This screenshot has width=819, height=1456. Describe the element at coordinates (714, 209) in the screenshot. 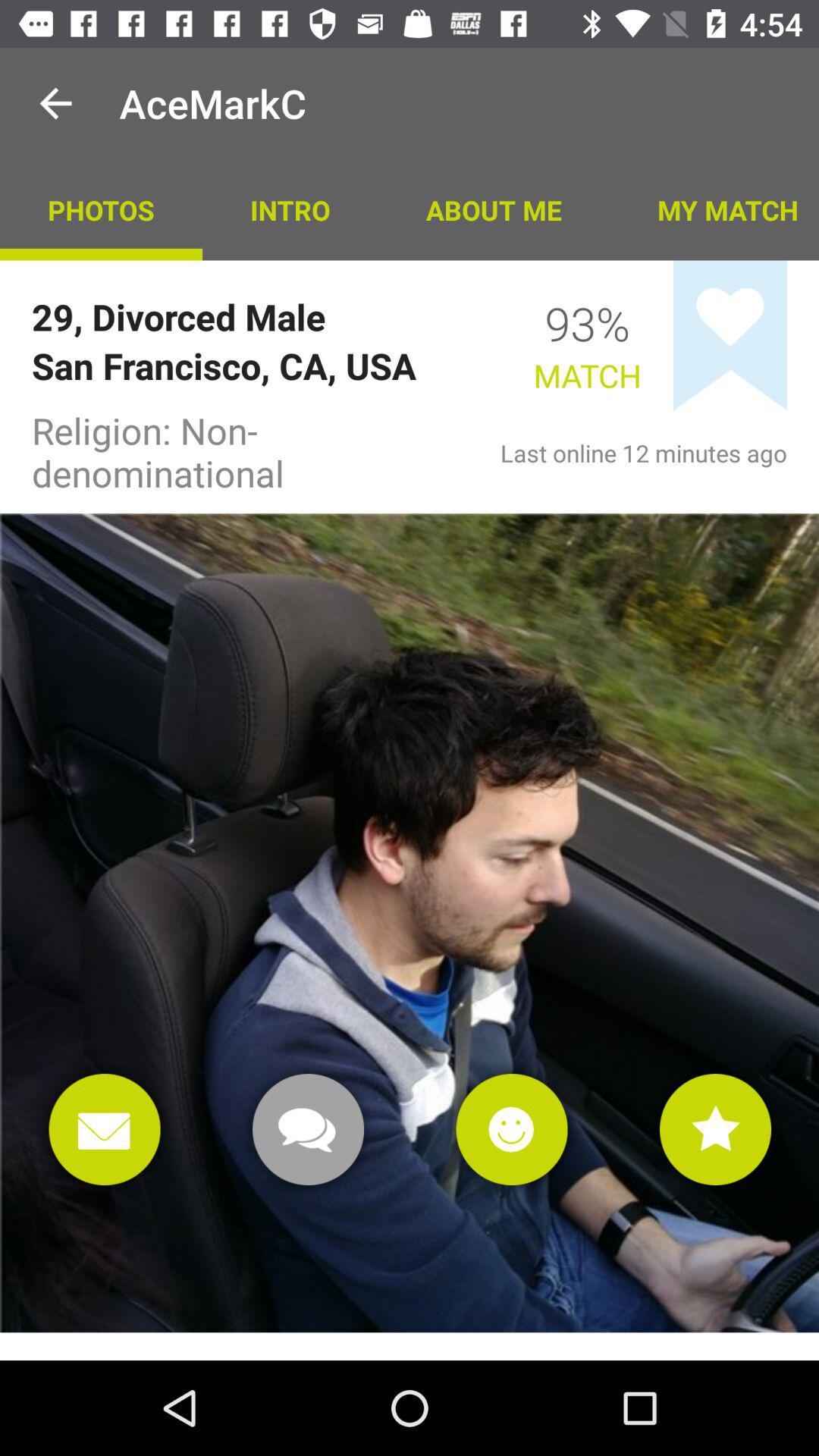

I see `my match app` at that location.